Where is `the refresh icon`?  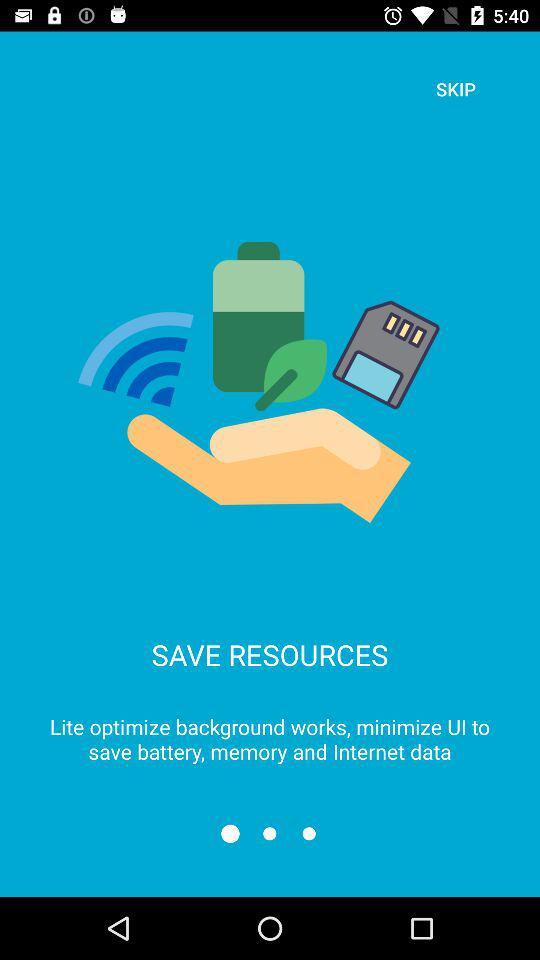
the refresh icon is located at coordinates (269, 833).